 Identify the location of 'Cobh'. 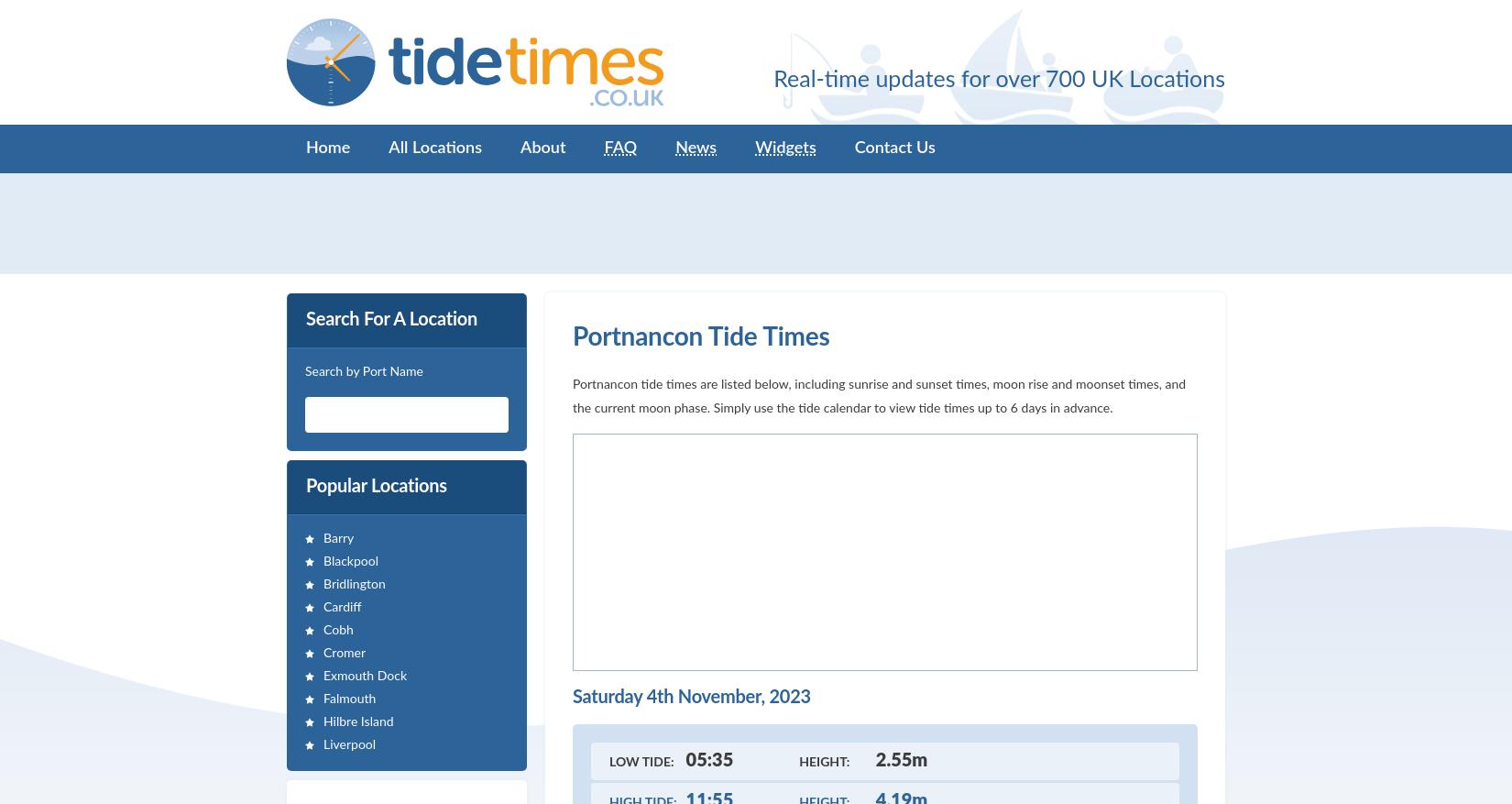
(323, 630).